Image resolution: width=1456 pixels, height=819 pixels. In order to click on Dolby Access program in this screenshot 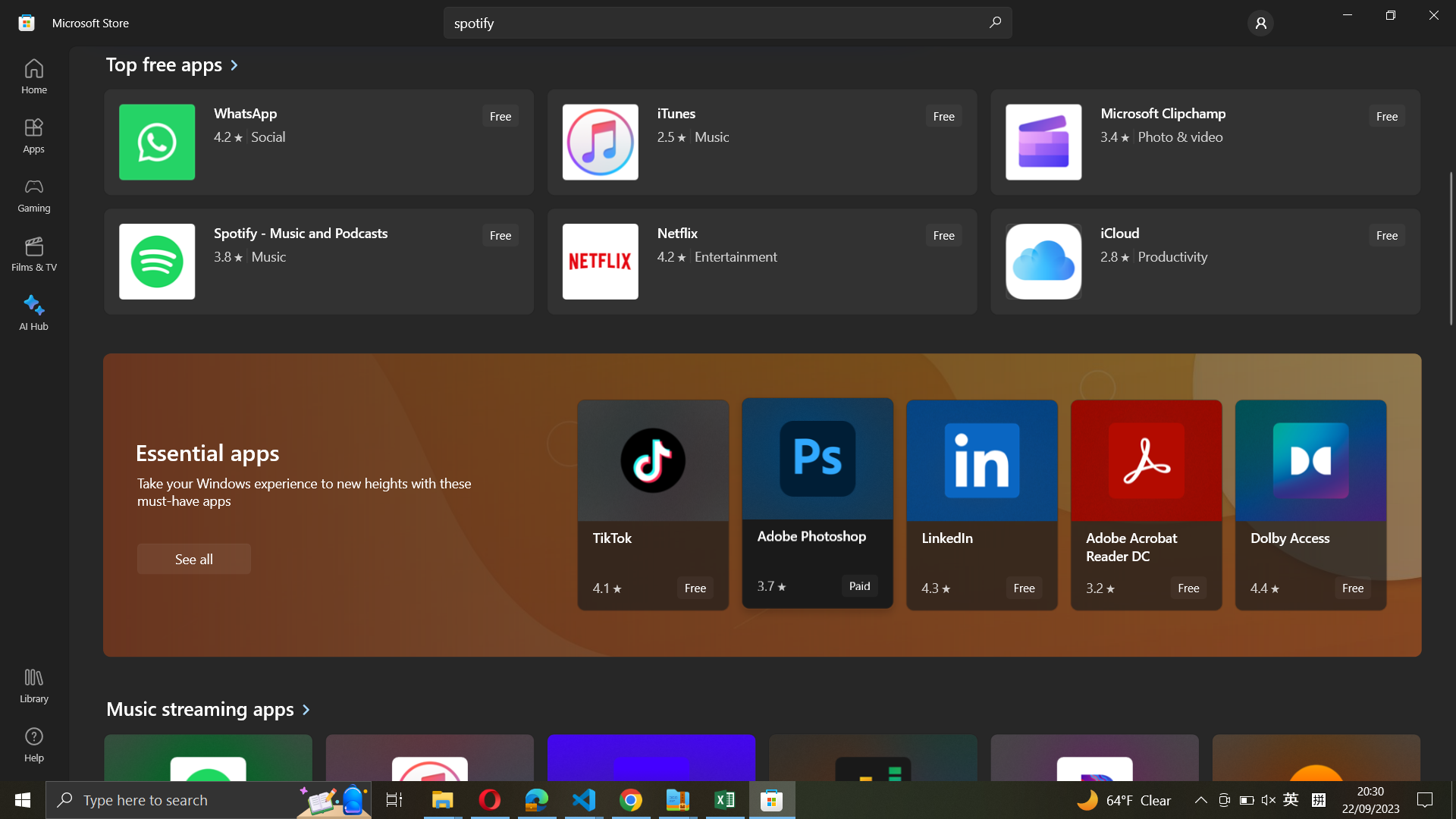, I will do `click(1310, 505)`.